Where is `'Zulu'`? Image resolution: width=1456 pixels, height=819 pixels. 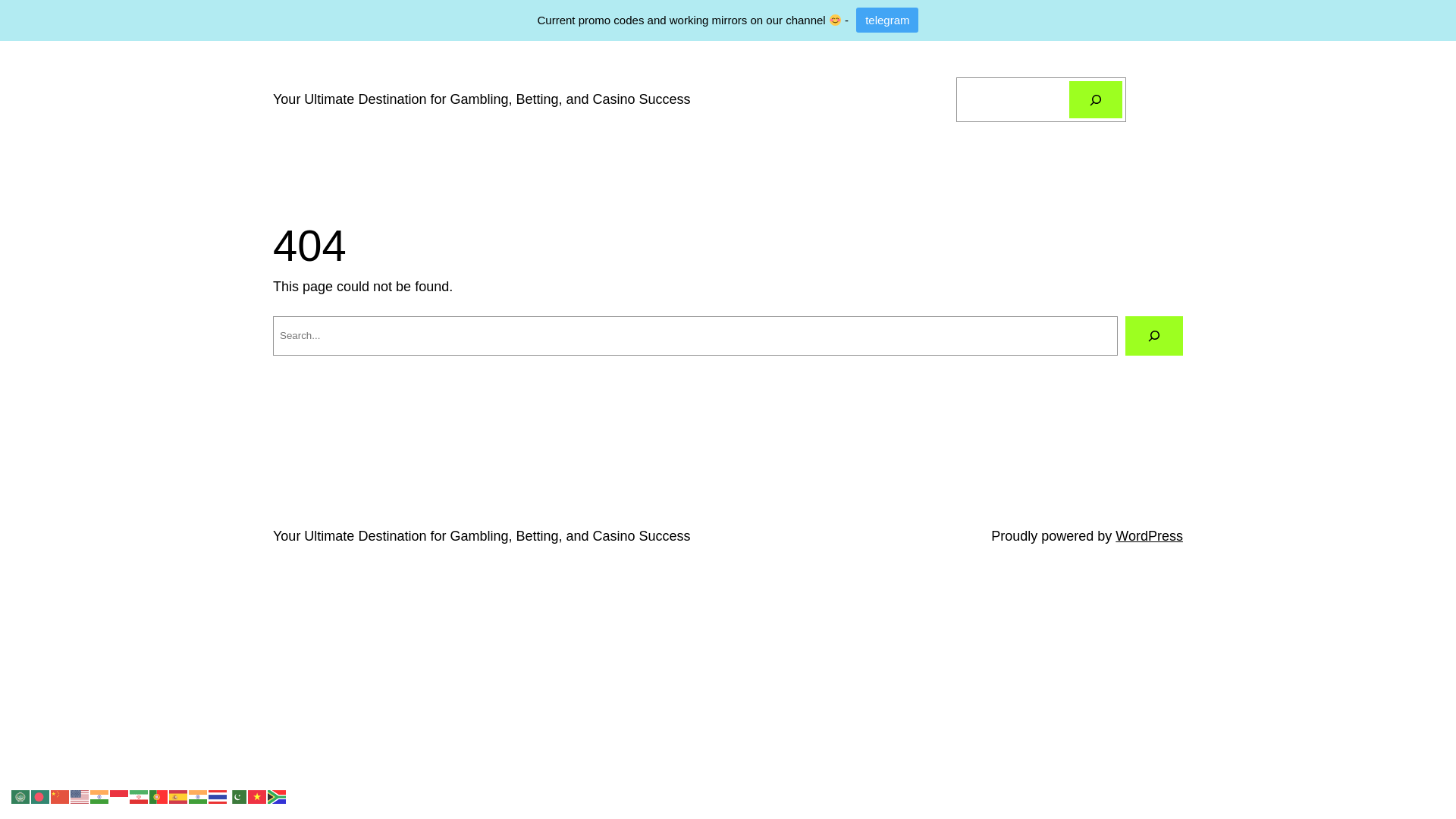
'Zulu' is located at coordinates (277, 795).